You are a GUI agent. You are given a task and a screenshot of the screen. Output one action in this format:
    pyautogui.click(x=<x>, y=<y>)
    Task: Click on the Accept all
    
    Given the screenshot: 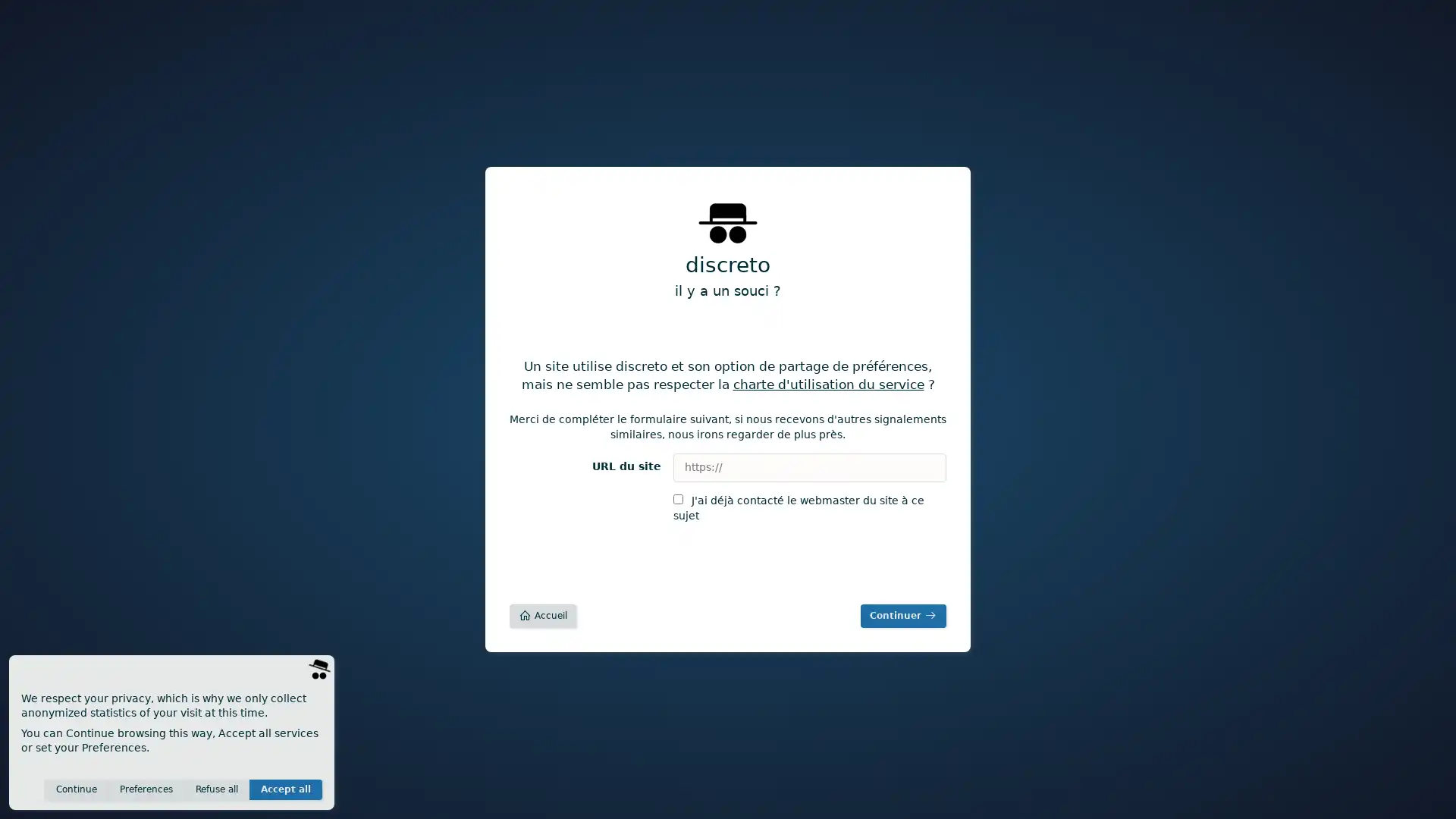 What is the action you would take?
    pyautogui.click(x=286, y=789)
    